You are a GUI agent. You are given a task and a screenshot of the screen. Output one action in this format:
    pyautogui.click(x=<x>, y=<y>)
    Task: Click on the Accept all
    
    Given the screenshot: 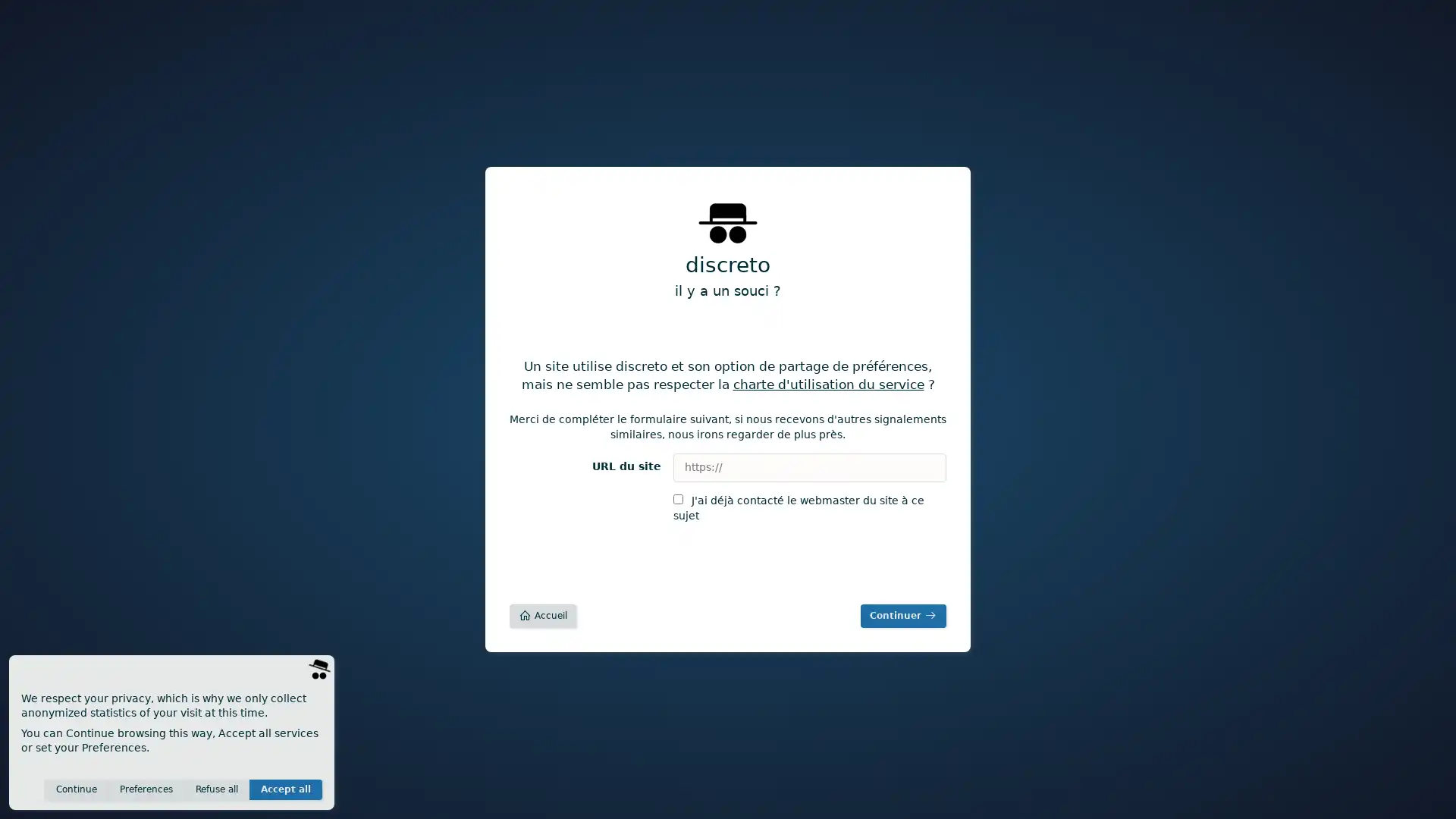 What is the action you would take?
    pyautogui.click(x=286, y=789)
    